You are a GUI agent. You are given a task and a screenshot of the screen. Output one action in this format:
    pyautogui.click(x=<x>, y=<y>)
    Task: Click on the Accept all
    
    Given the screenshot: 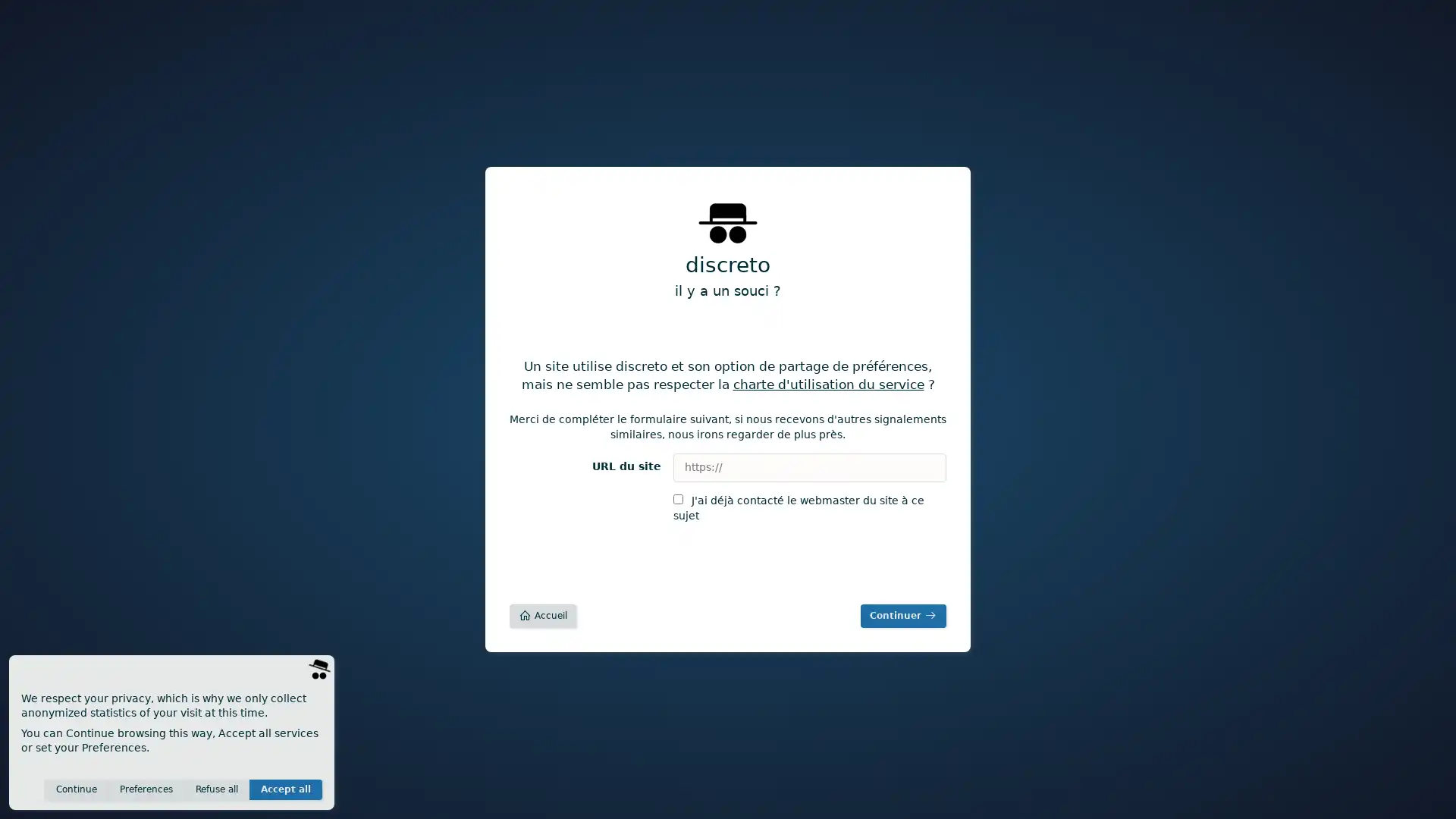 What is the action you would take?
    pyautogui.click(x=286, y=789)
    